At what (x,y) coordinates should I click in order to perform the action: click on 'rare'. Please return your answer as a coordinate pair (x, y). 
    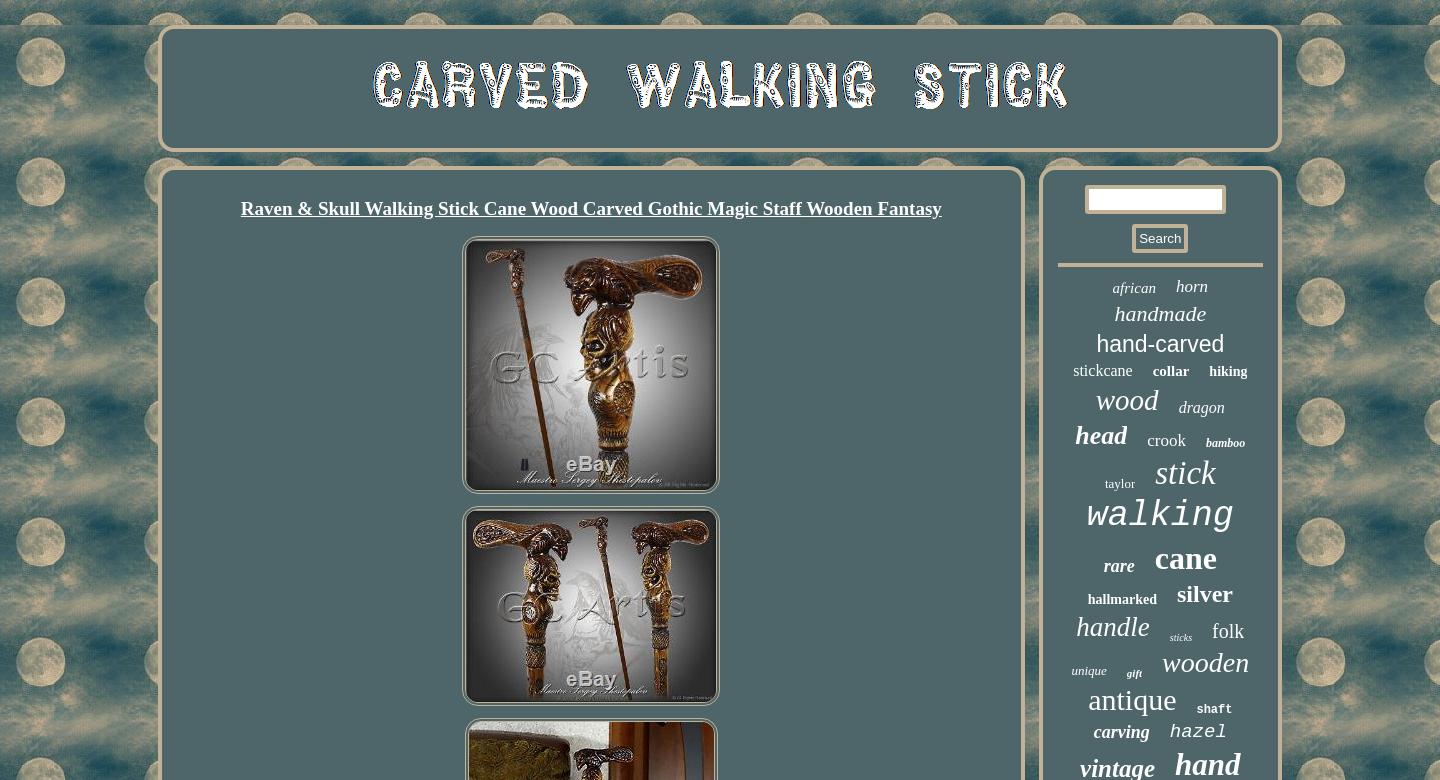
    Looking at the image, I should click on (1102, 564).